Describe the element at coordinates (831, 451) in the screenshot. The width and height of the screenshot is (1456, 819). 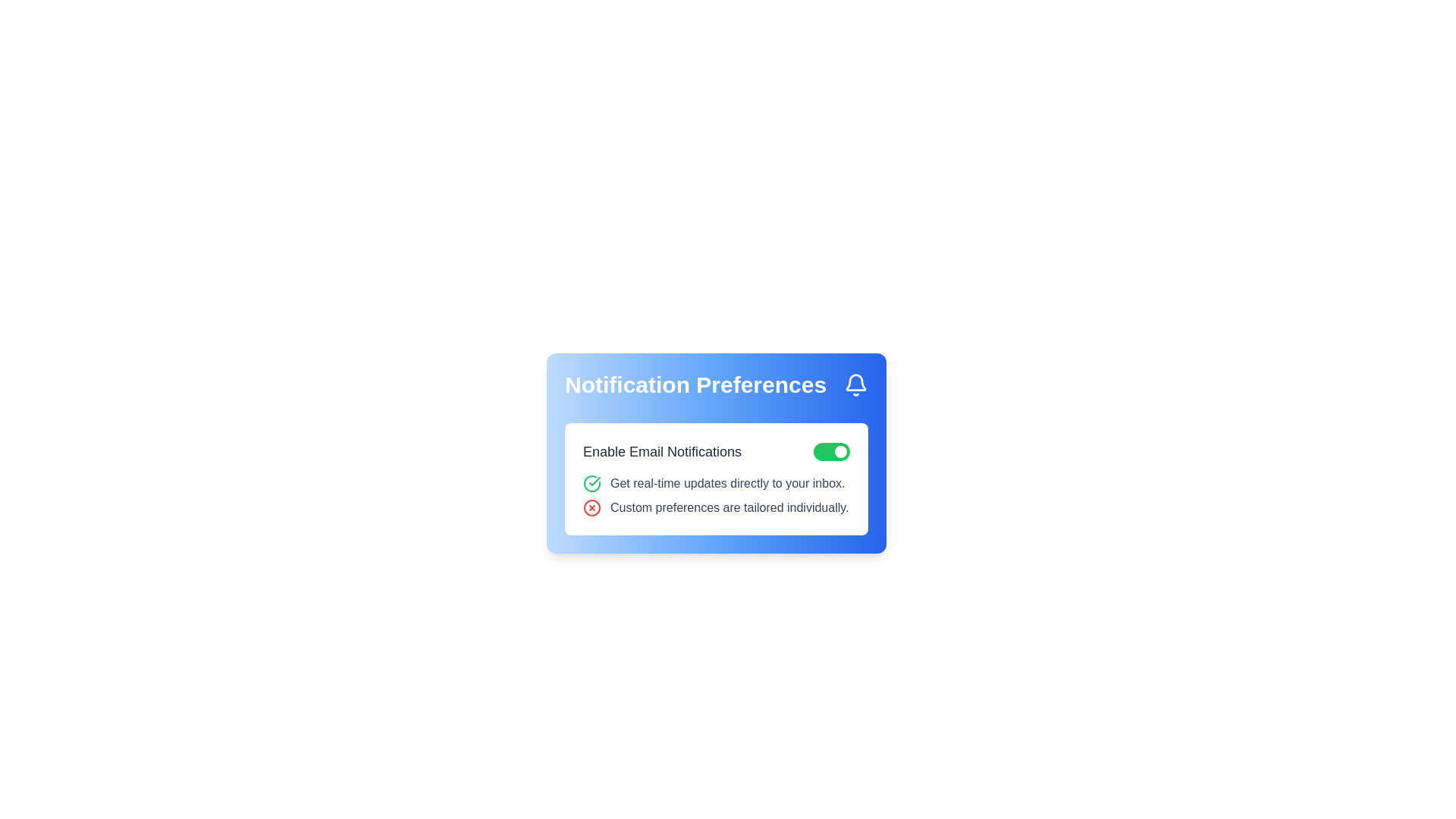
I see `the toggle switch for enabling or disabling email notifications` at that location.